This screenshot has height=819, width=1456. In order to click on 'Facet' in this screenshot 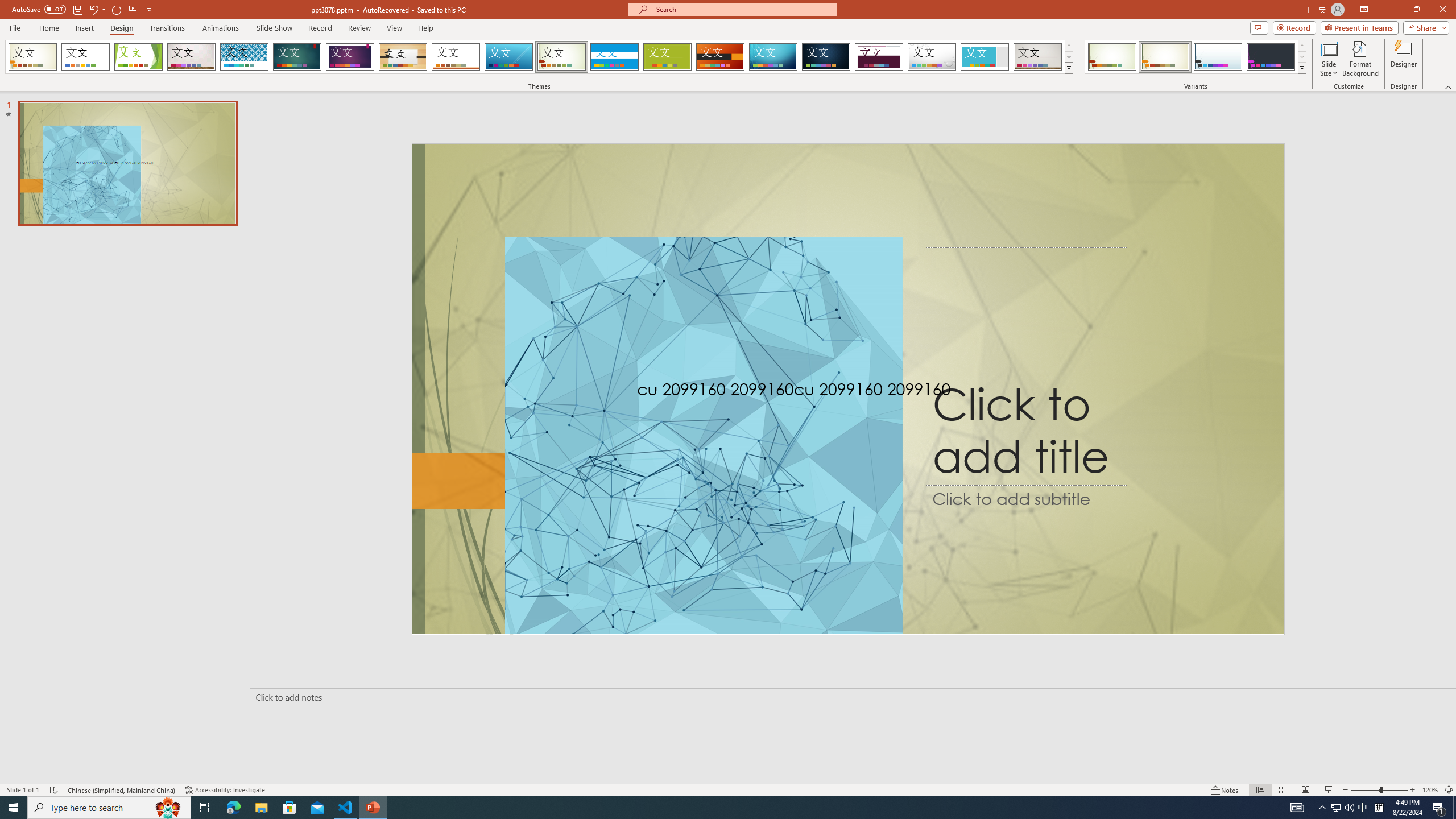, I will do `click(138, 56)`.